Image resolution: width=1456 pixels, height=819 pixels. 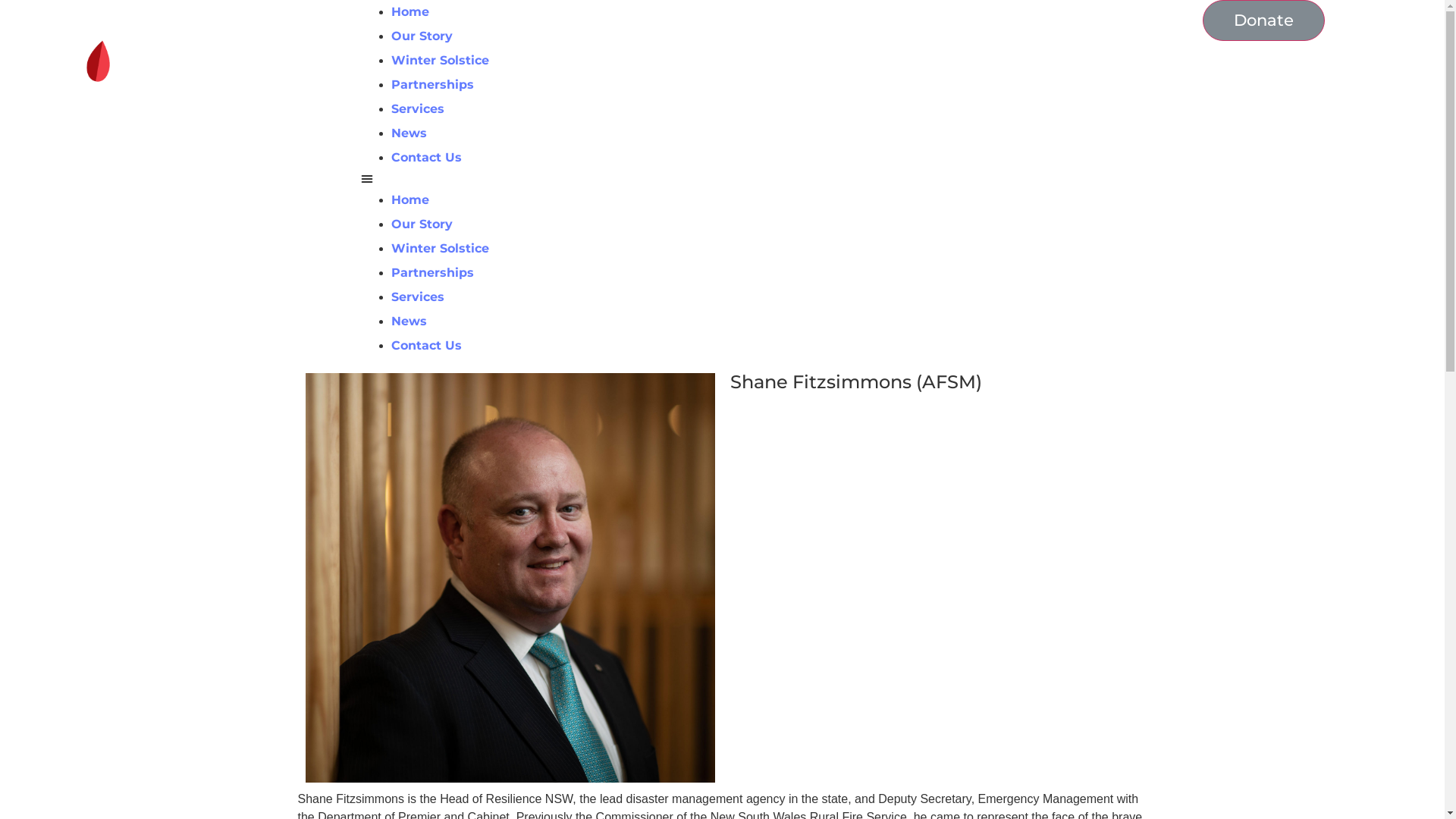 I want to click on 'News', so click(x=409, y=132).